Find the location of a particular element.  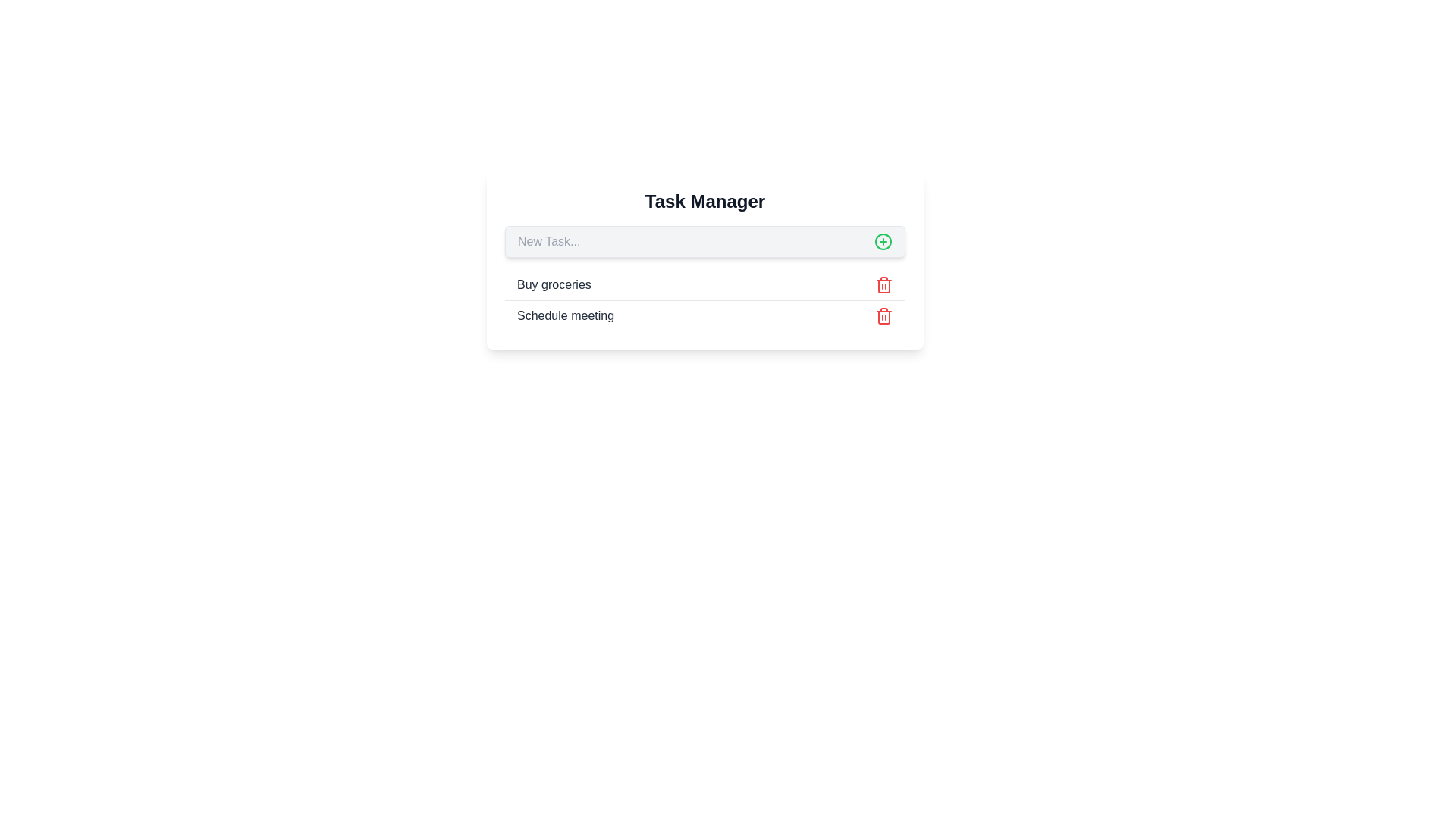

the task list items in the 'Task Manager' component is located at coordinates (704, 300).